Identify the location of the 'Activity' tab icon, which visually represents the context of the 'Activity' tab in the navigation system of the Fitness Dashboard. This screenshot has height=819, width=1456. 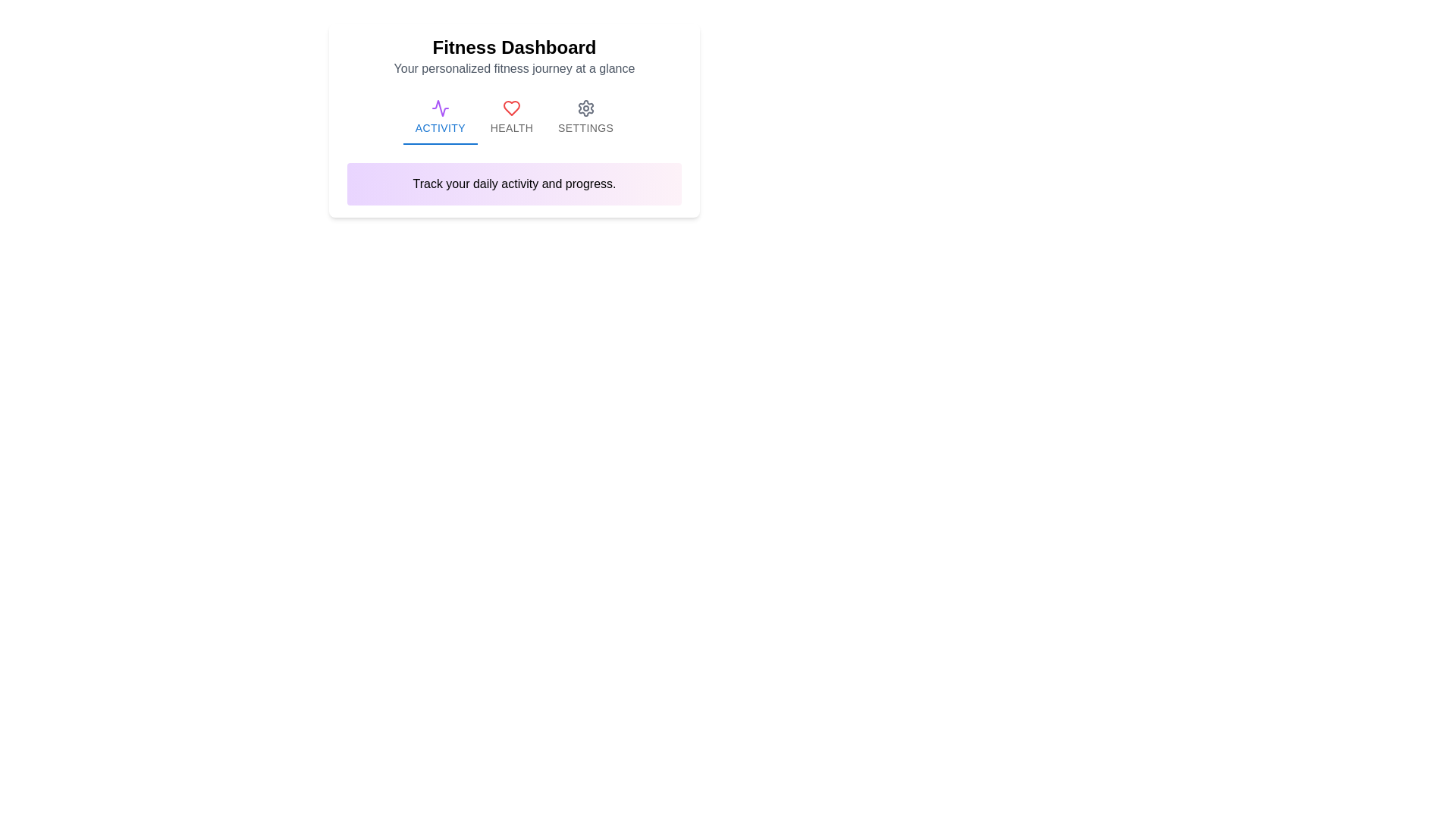
(439, 108).